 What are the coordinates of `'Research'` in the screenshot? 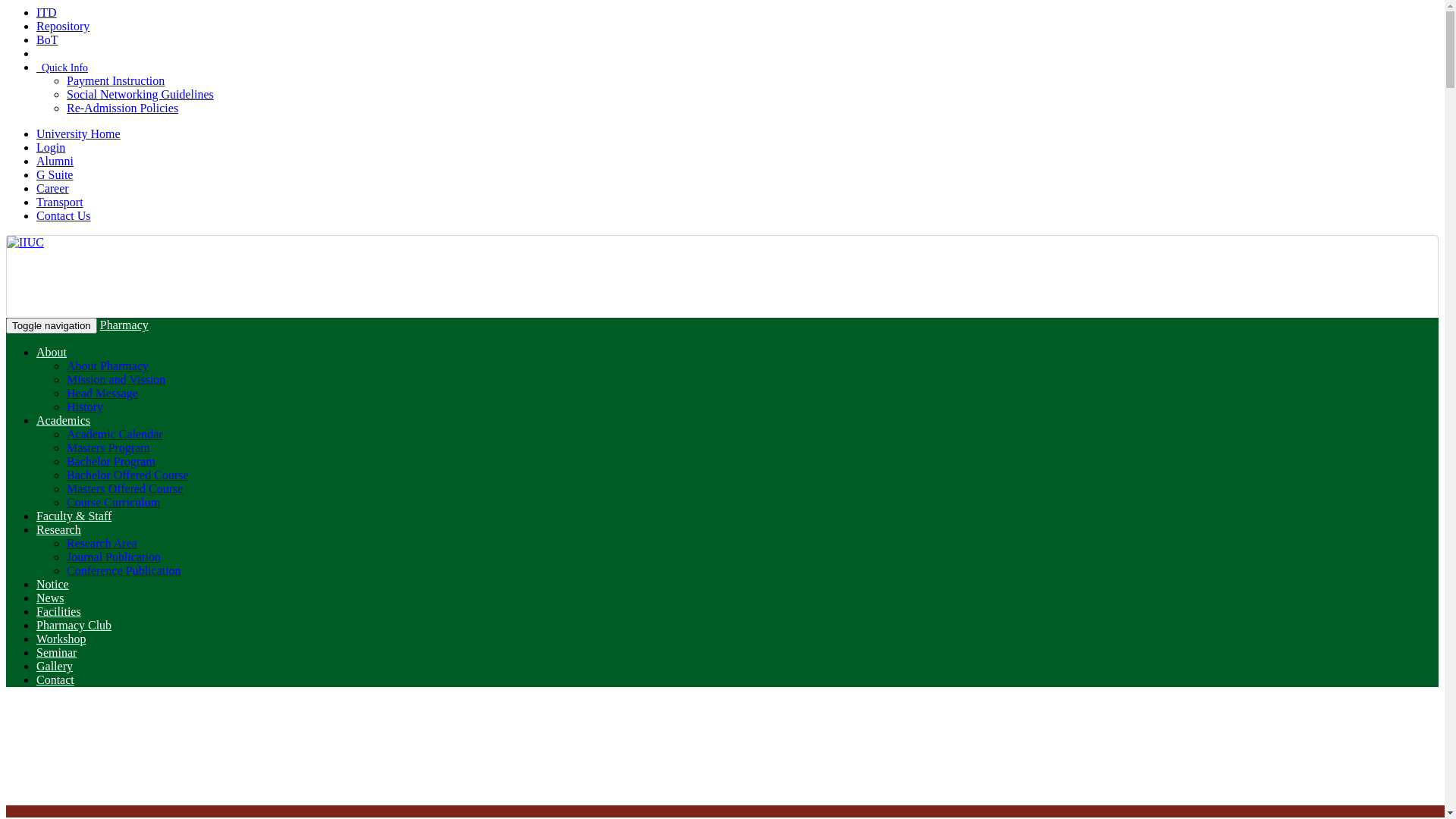 It's located at (36, 529).